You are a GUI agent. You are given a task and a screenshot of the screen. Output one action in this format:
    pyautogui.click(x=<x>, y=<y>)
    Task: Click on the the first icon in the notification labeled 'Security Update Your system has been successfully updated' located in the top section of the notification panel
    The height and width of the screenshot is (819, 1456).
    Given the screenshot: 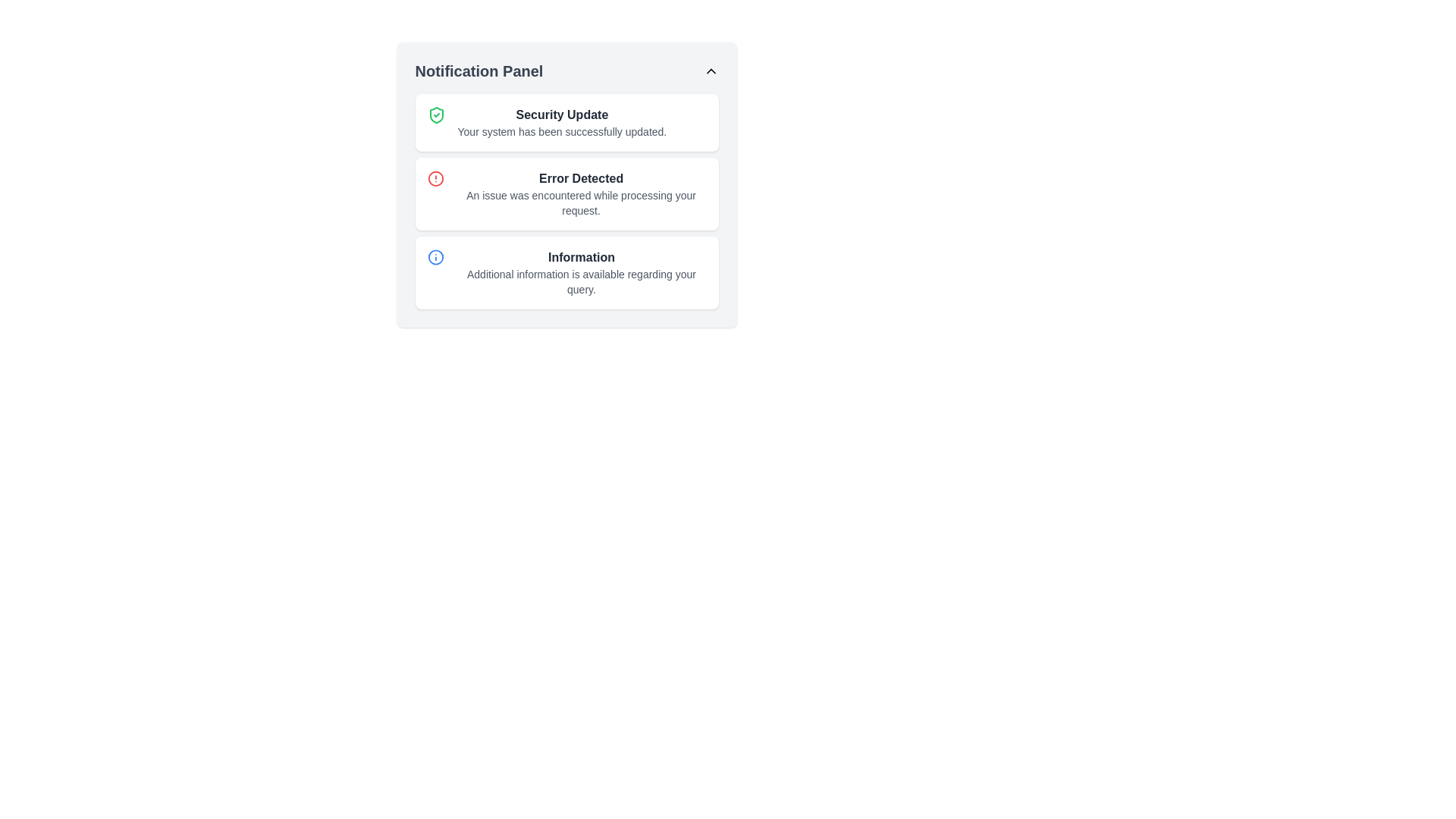 What is the action you would take?
    pyautogui.click(x=435, y=114)
    